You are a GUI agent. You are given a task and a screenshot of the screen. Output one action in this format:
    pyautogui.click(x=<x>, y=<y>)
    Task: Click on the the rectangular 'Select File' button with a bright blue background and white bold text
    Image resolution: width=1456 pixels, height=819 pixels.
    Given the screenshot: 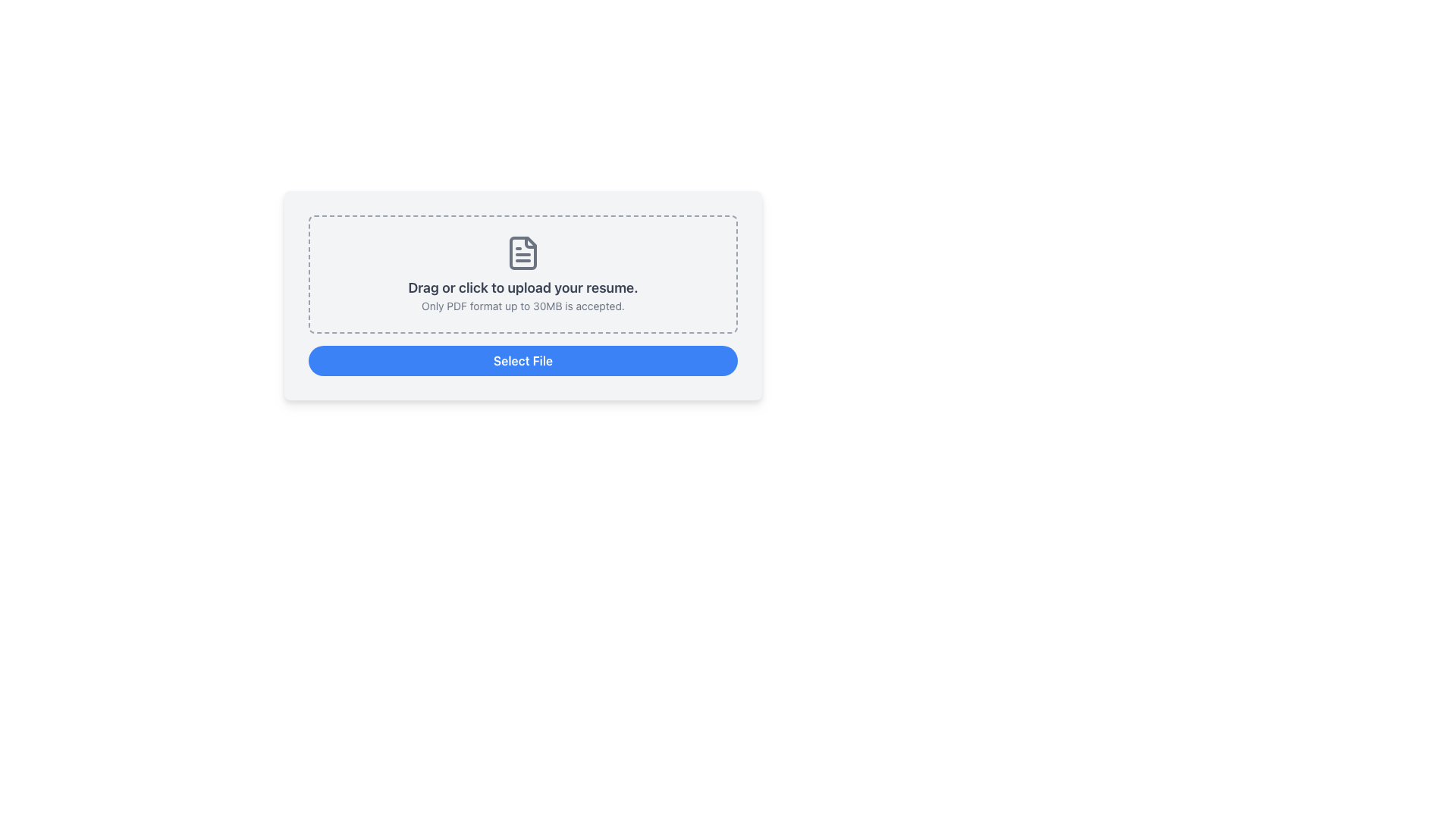 What is the action you would take?
    pyautogui.click(x=523, y=360)
    